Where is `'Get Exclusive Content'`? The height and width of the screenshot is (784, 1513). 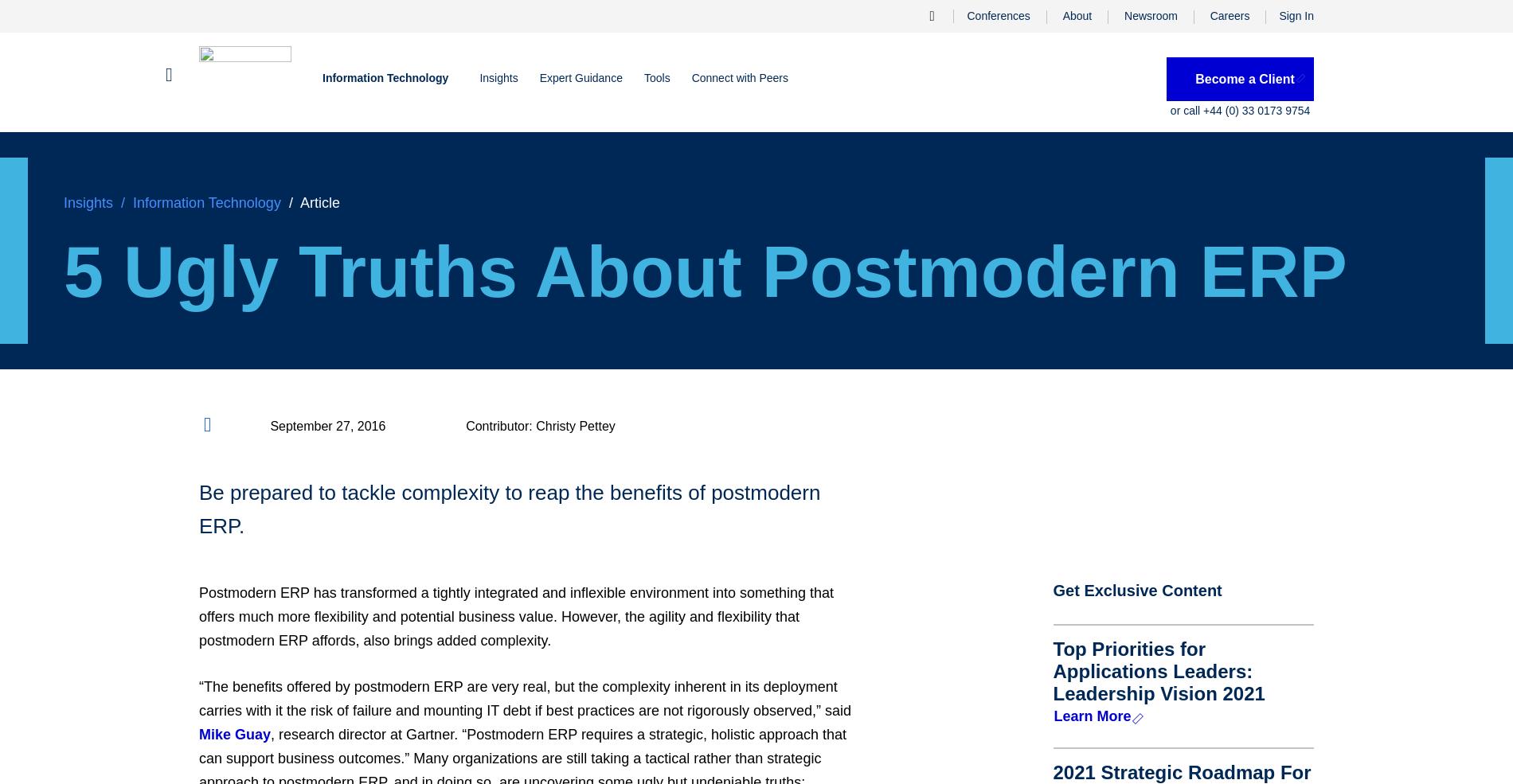 'Get Exclusive Content' is located at coordinates (1137, 591).